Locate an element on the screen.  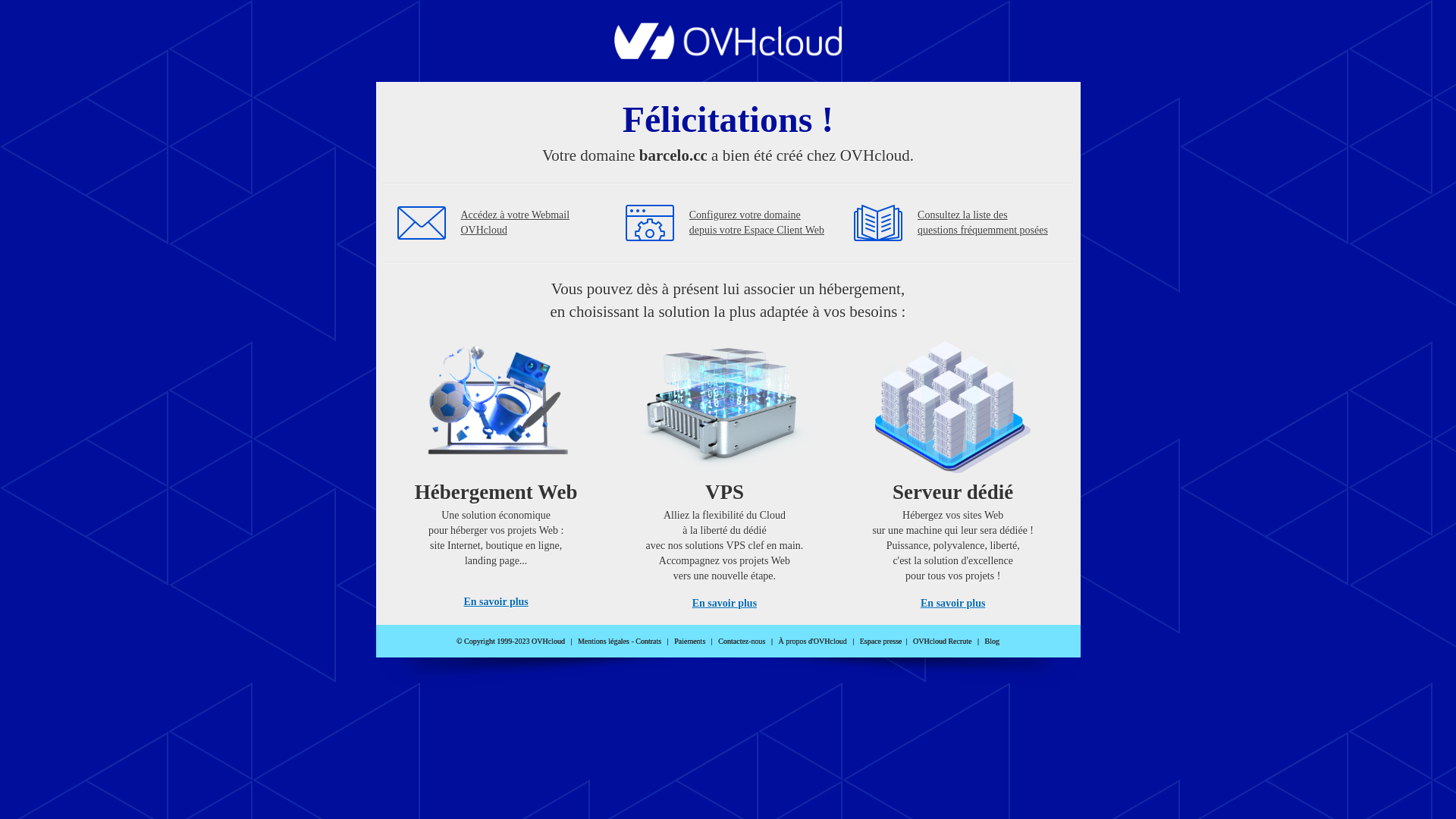
'OVHcloud' is located at coordinates (728, 54).